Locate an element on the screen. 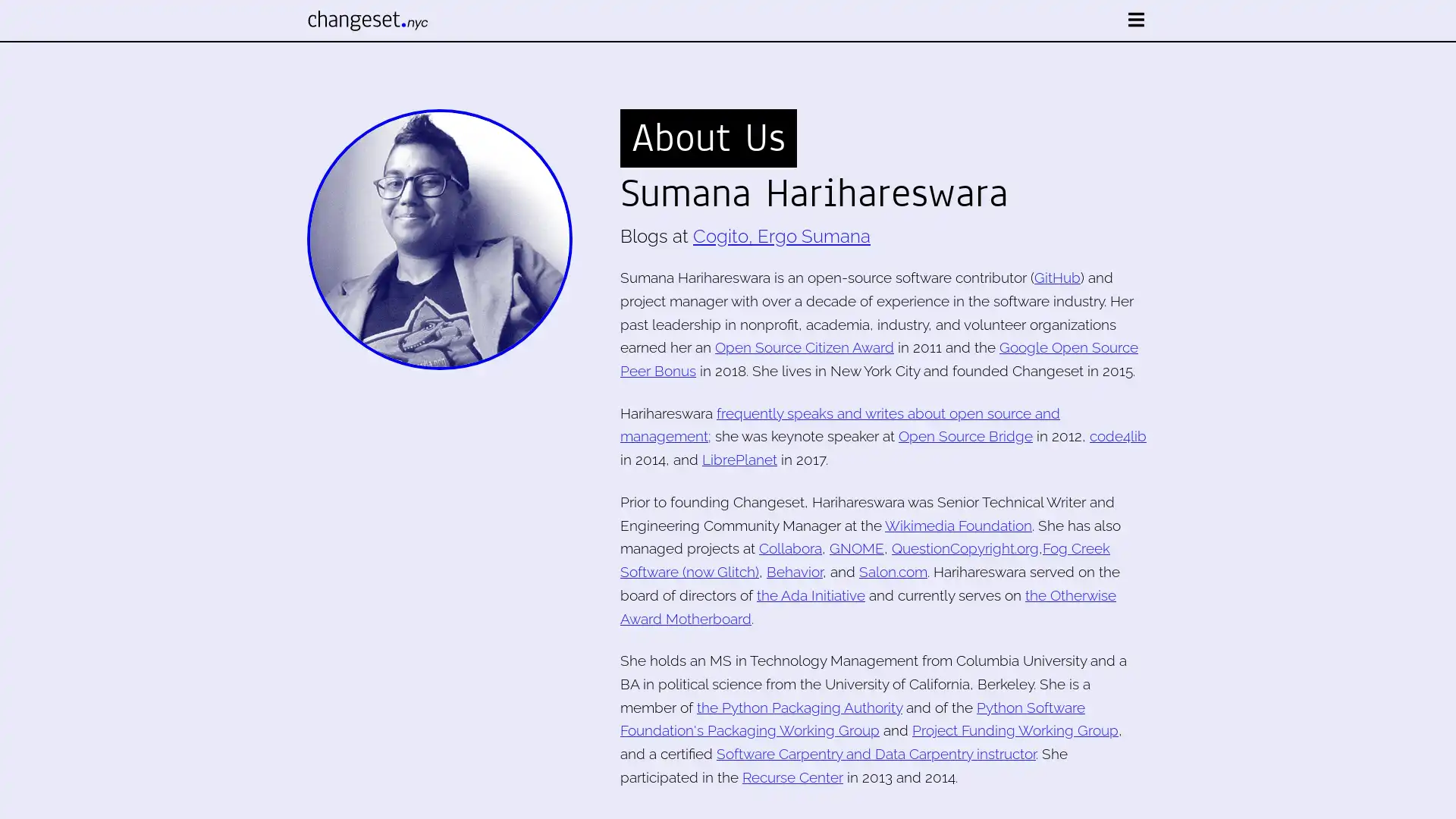 The height and width of the screenshot is (819, 1456). open nav is located at coordinates (1136, 20).